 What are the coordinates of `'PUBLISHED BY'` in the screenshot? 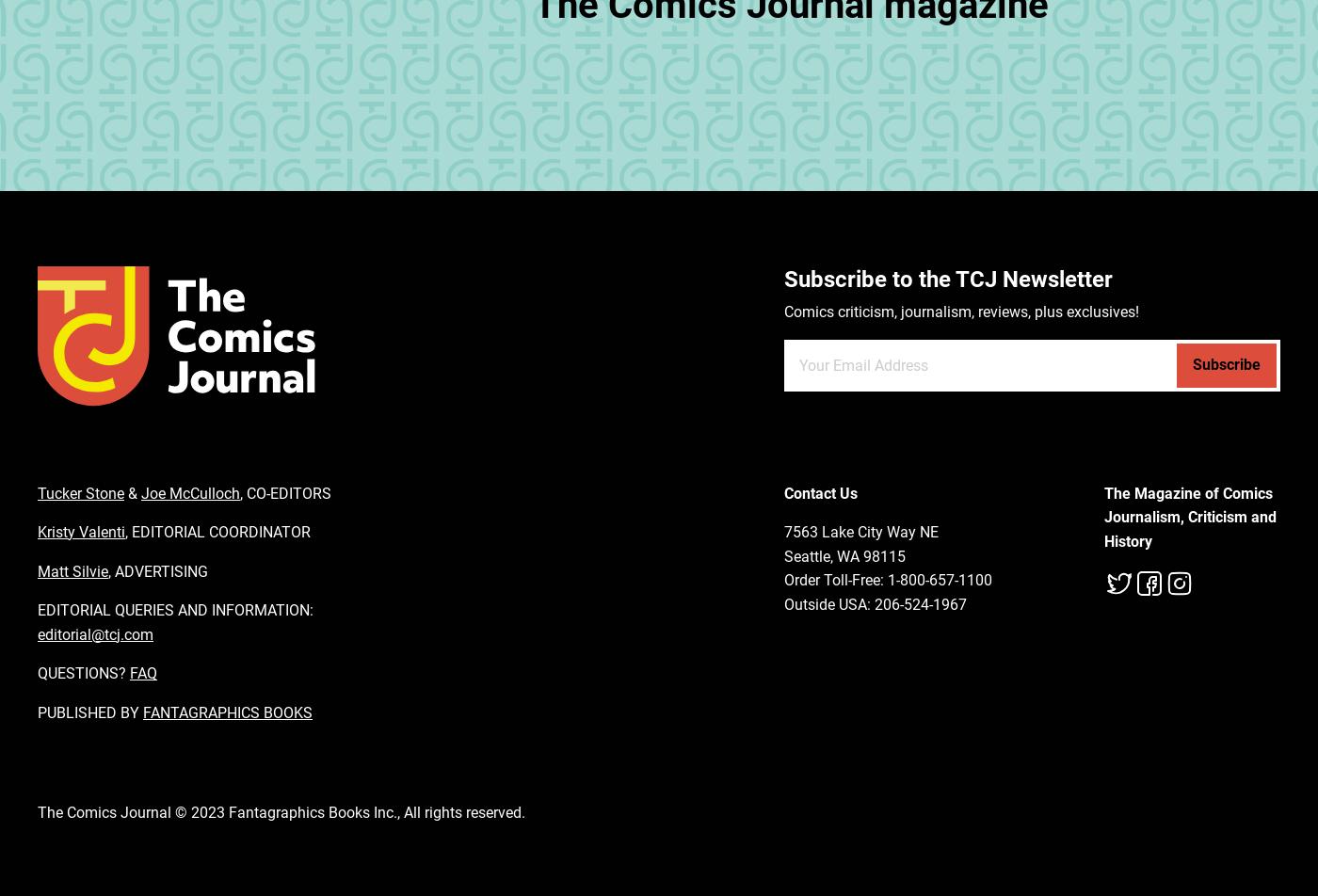 It's located at (90, 712).